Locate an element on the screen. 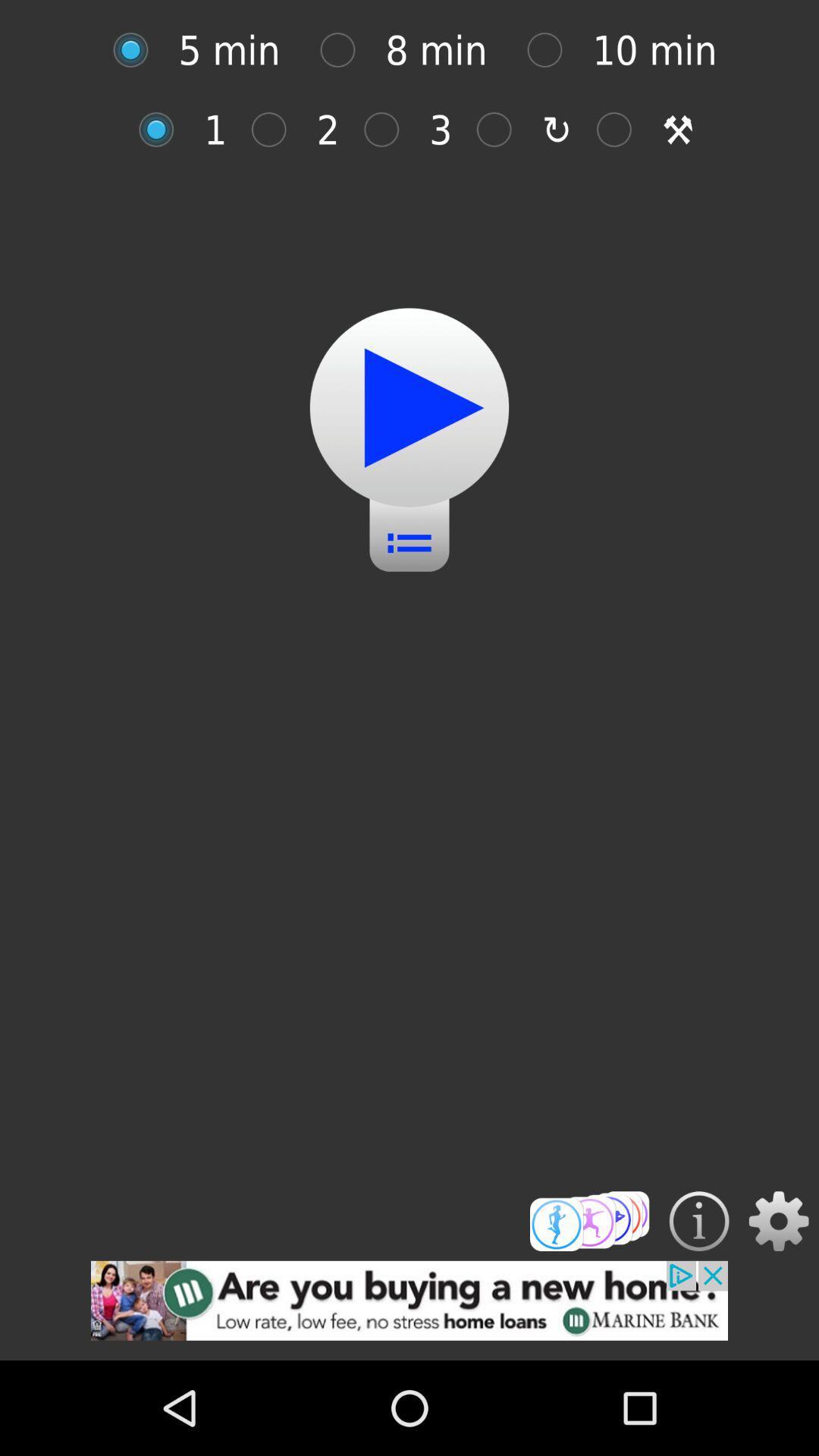 This screenshot has width=819, height=1456. next is located at coordinates (409, 407).